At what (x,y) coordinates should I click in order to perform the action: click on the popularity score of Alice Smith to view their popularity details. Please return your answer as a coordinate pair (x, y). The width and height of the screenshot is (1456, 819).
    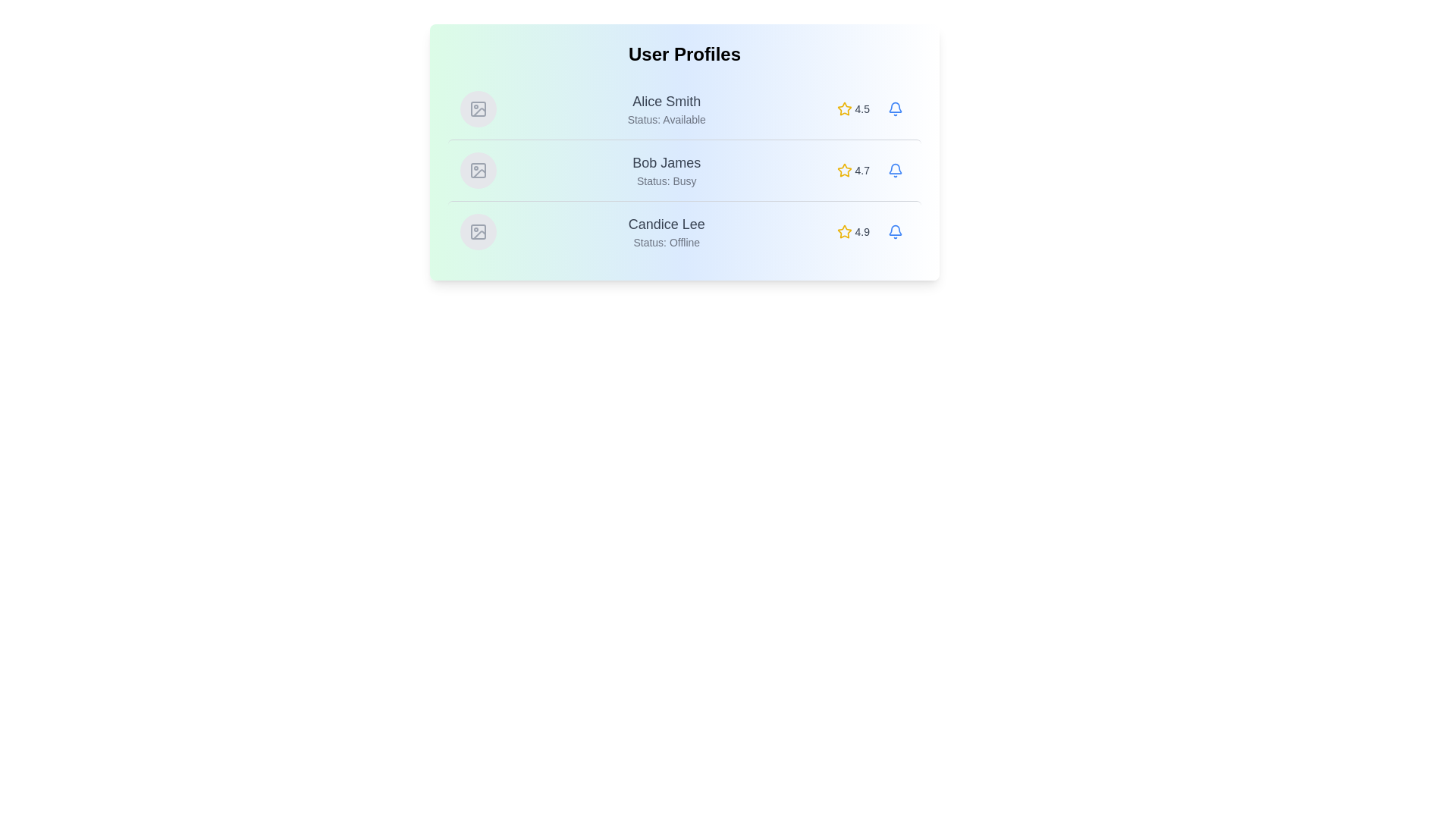
    Looking at the image, I should click on (852, 108).